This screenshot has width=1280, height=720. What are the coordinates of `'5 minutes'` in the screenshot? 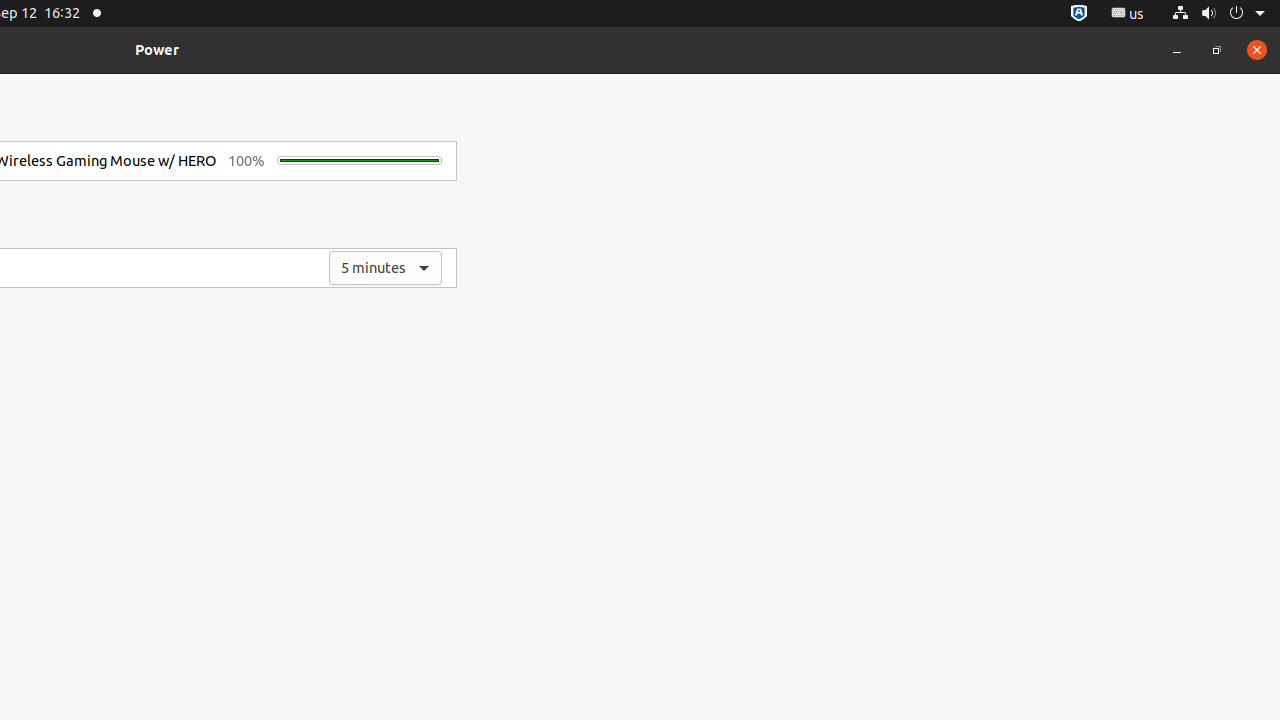 It's located at (385, 266).